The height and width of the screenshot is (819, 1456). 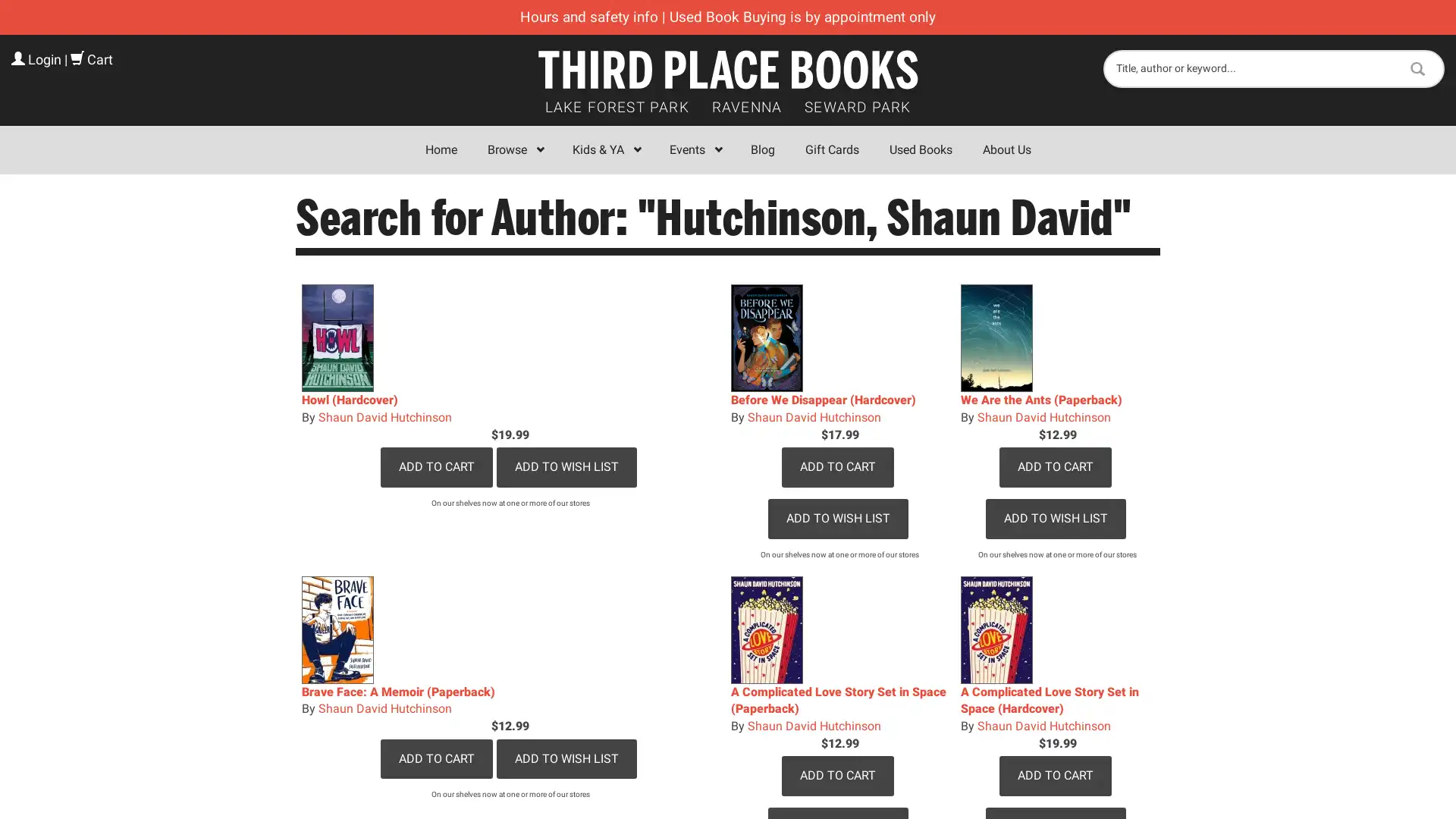 I want to click on Add to Cart, so click(x=435, y=466).